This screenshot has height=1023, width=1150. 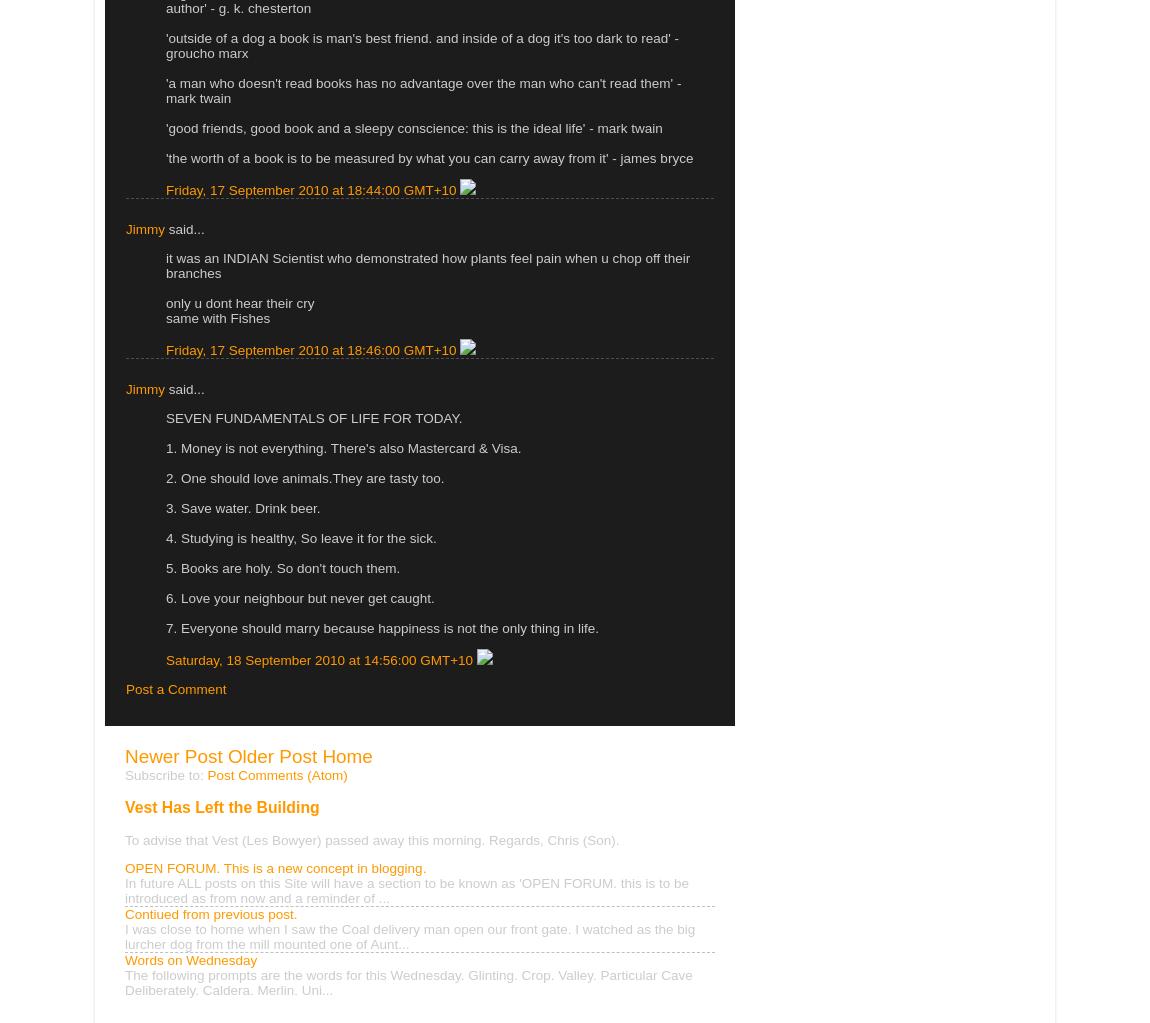 What do you see at coordinates (164, 536) in the screenshot?
I see `'4. Studying is healthy, So leave it for the sick.'` at bounding box center [164, 536].